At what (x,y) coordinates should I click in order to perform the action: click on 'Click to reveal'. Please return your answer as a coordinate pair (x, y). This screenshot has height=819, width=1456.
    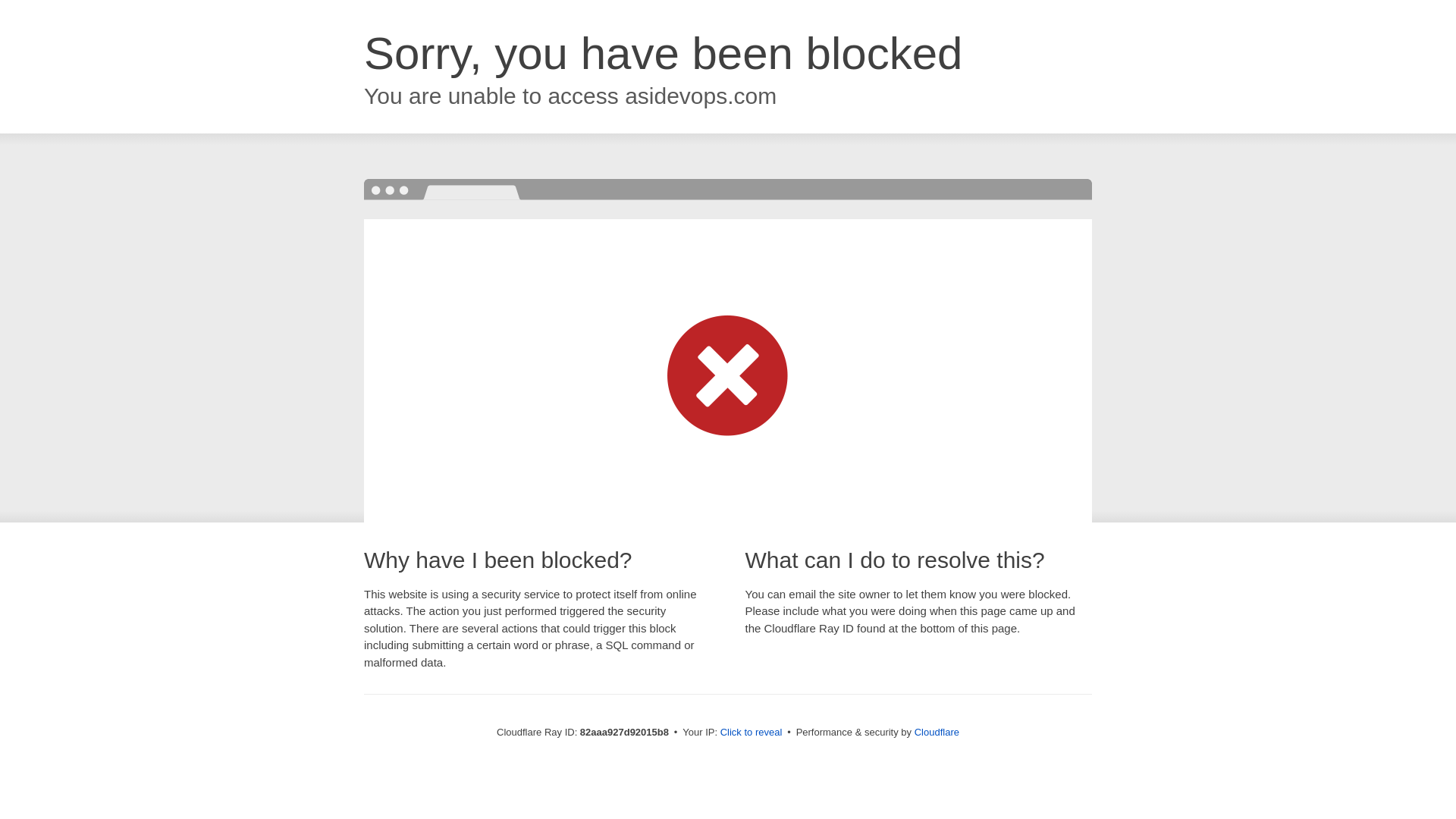
    Looking at the image, I should click on (751, 731).